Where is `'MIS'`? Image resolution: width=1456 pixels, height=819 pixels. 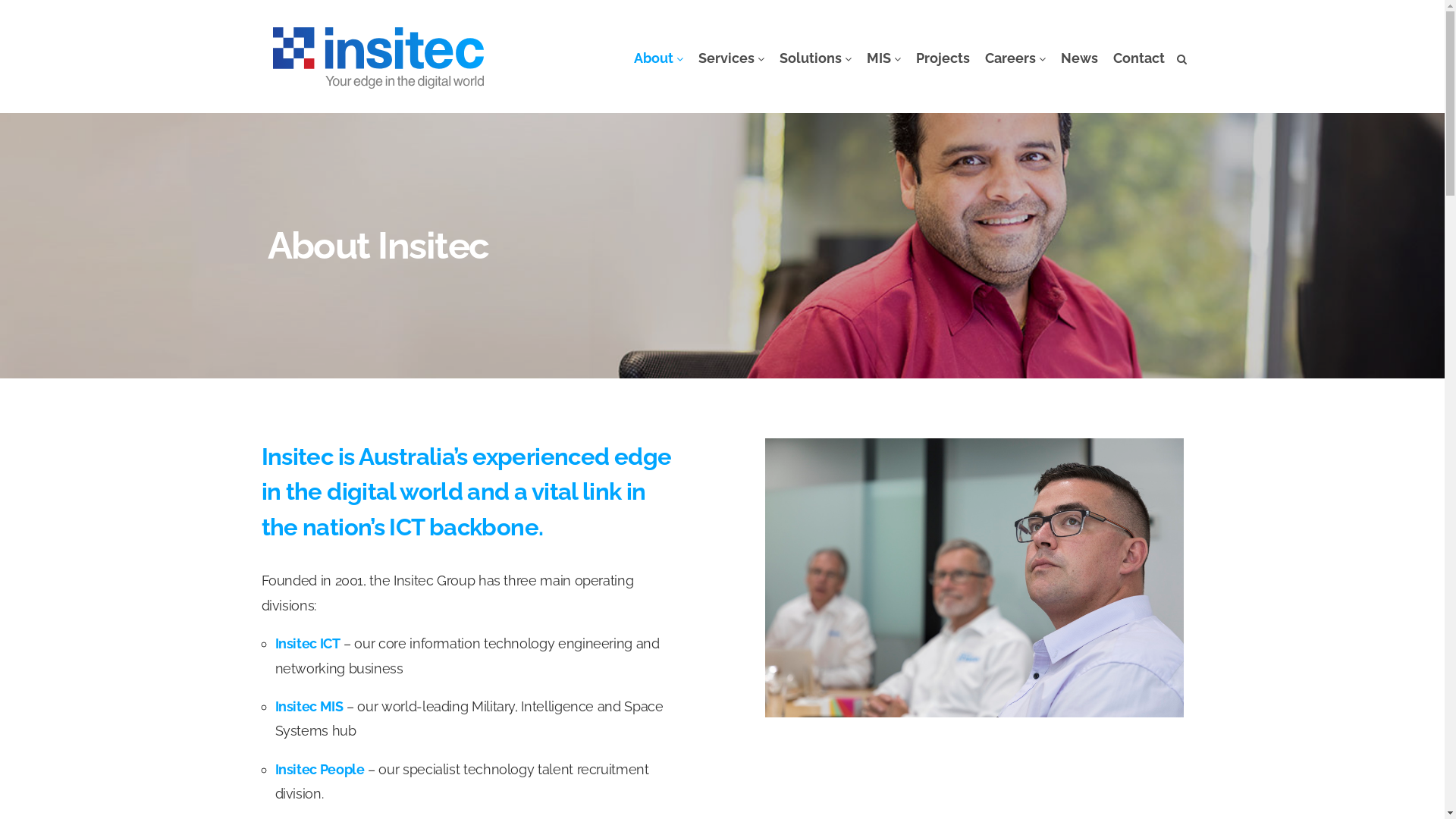
'MIS' is located at coordinates (883, 58).